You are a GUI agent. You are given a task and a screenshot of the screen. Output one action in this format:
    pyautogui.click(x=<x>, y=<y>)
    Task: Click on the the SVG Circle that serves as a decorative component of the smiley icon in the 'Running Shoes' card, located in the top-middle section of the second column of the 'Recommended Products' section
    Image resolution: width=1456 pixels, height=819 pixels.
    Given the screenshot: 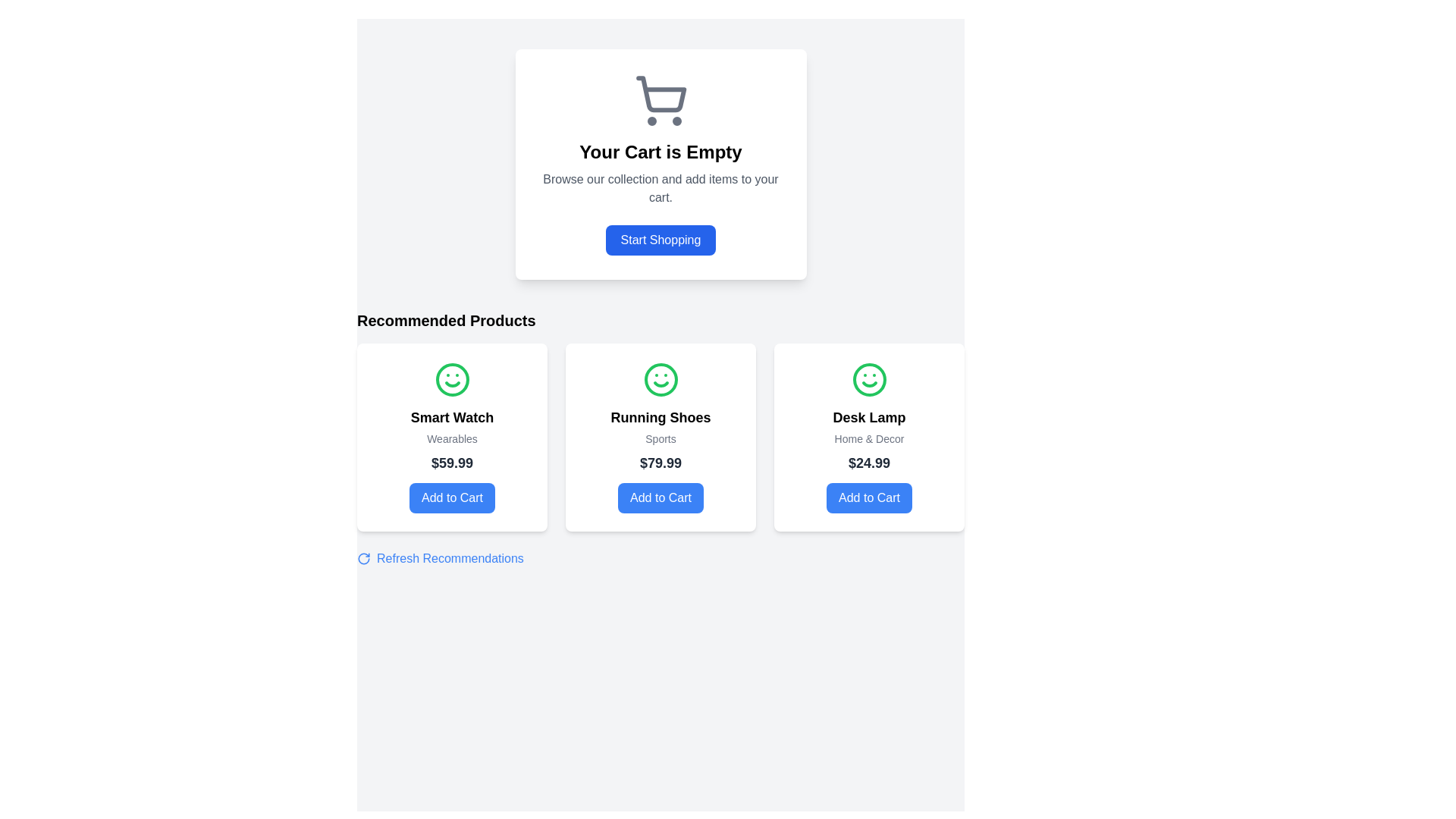 What is the action you would take?
    pyautogui.click(x=661, y=379)
    